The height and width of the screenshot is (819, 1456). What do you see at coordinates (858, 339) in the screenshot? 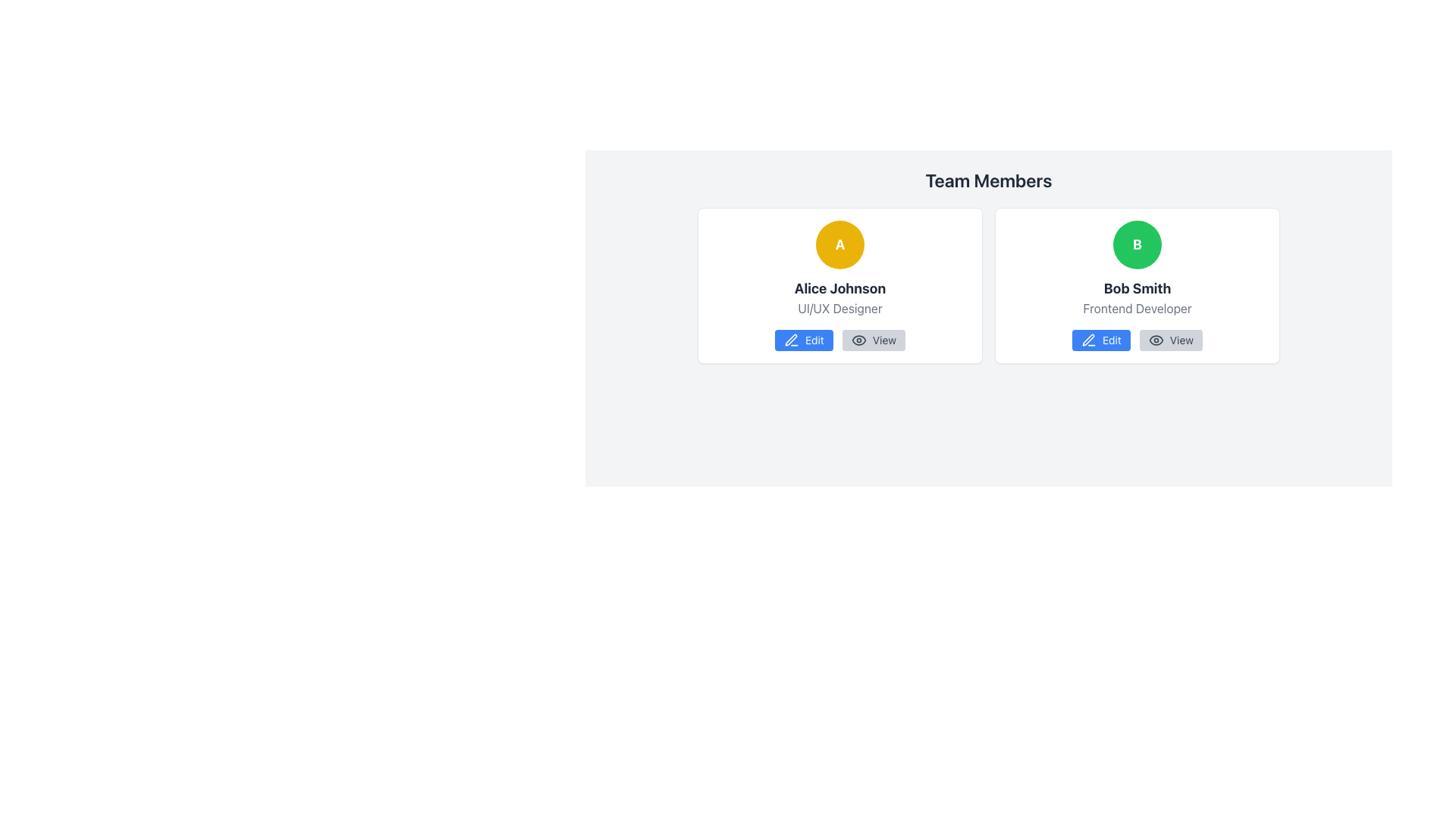
I see `the eye icon within the 'View' button for Alice Johnson located at the bottom-right corner of the card` at bounding box center [858, 339].